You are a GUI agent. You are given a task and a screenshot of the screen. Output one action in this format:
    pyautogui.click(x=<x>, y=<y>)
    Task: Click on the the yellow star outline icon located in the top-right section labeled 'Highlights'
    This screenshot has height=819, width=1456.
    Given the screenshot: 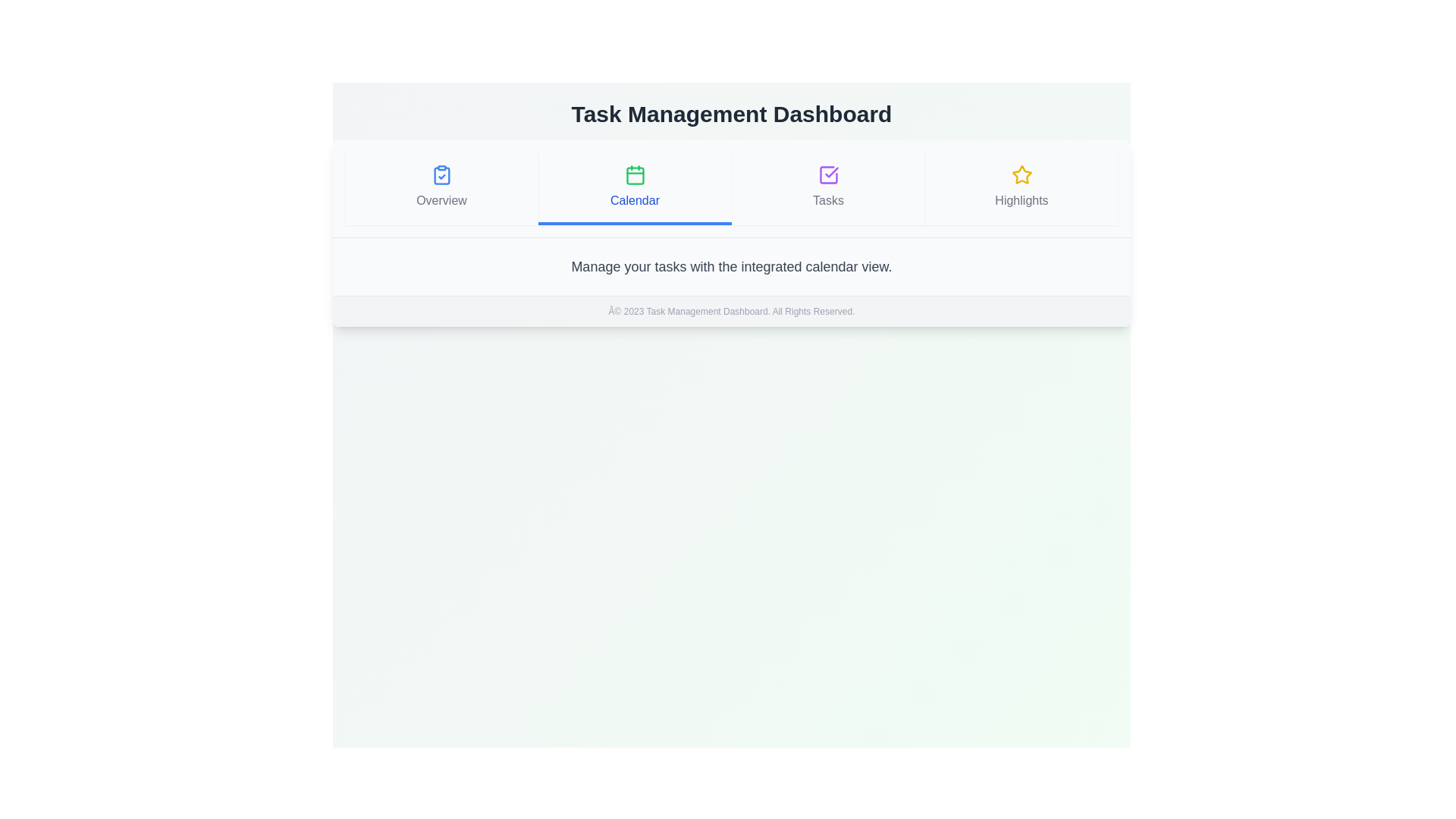 What is the action you would take?
    pyautogui.click(x=1021, y=174)
    